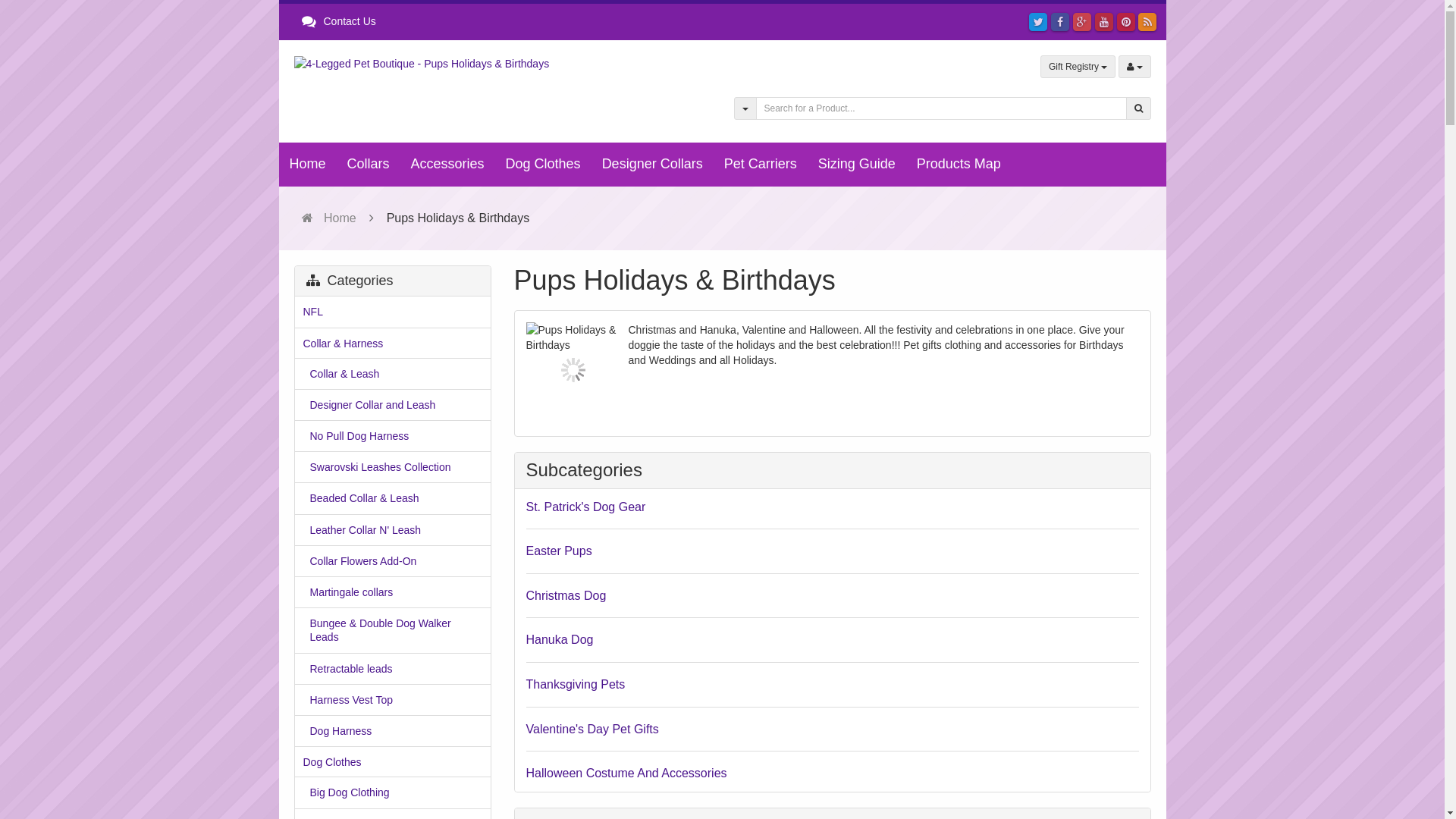 The height and width of the screenshot is (819, 1456). Describe the element at coordinates (1103, 22) in the screenshot. I see `'YouTube'` at that location.